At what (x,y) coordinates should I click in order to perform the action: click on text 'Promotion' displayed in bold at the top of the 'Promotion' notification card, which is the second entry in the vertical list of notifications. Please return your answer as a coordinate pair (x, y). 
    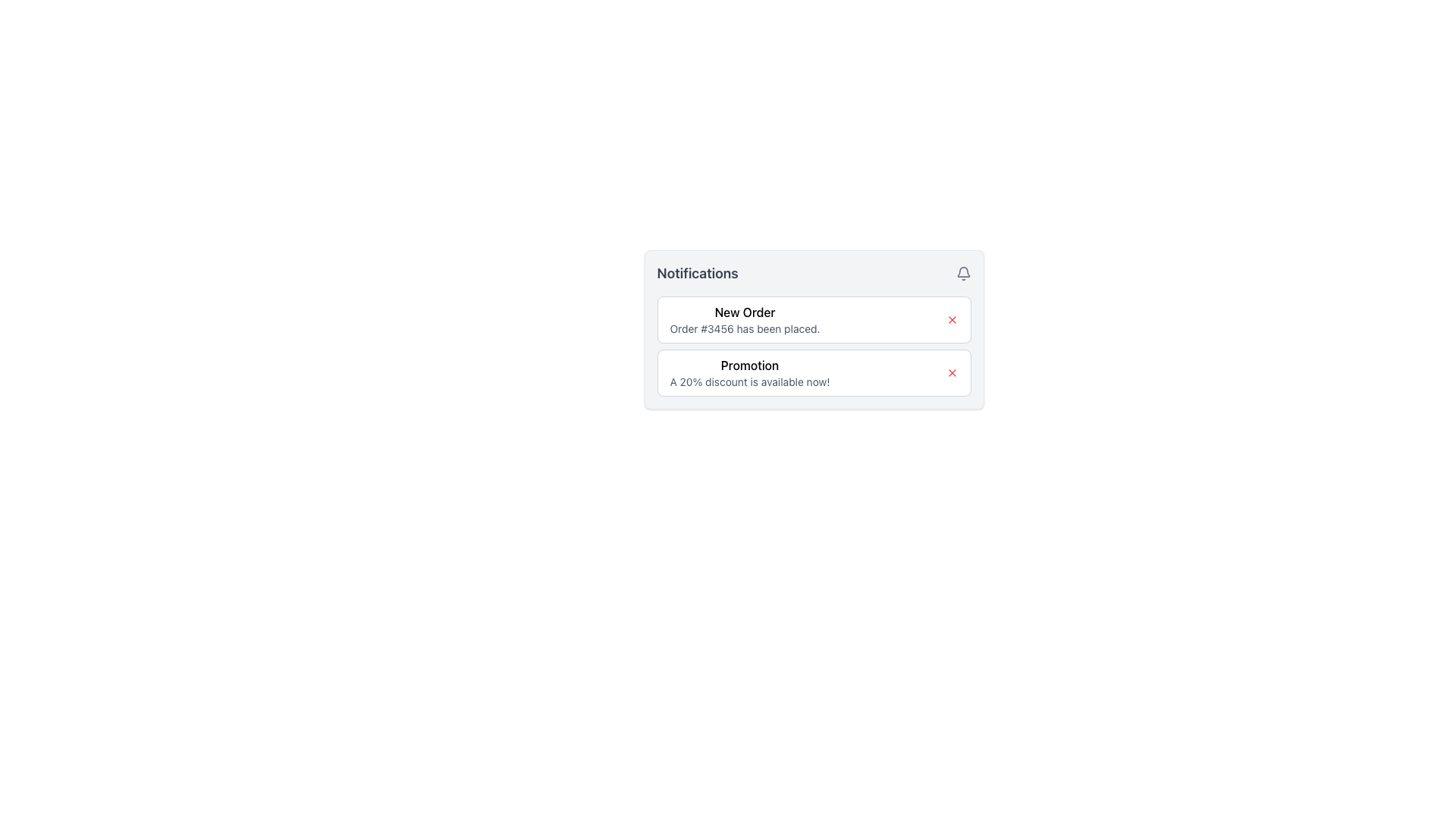
    Looking at the image, I should click on (749, 366).